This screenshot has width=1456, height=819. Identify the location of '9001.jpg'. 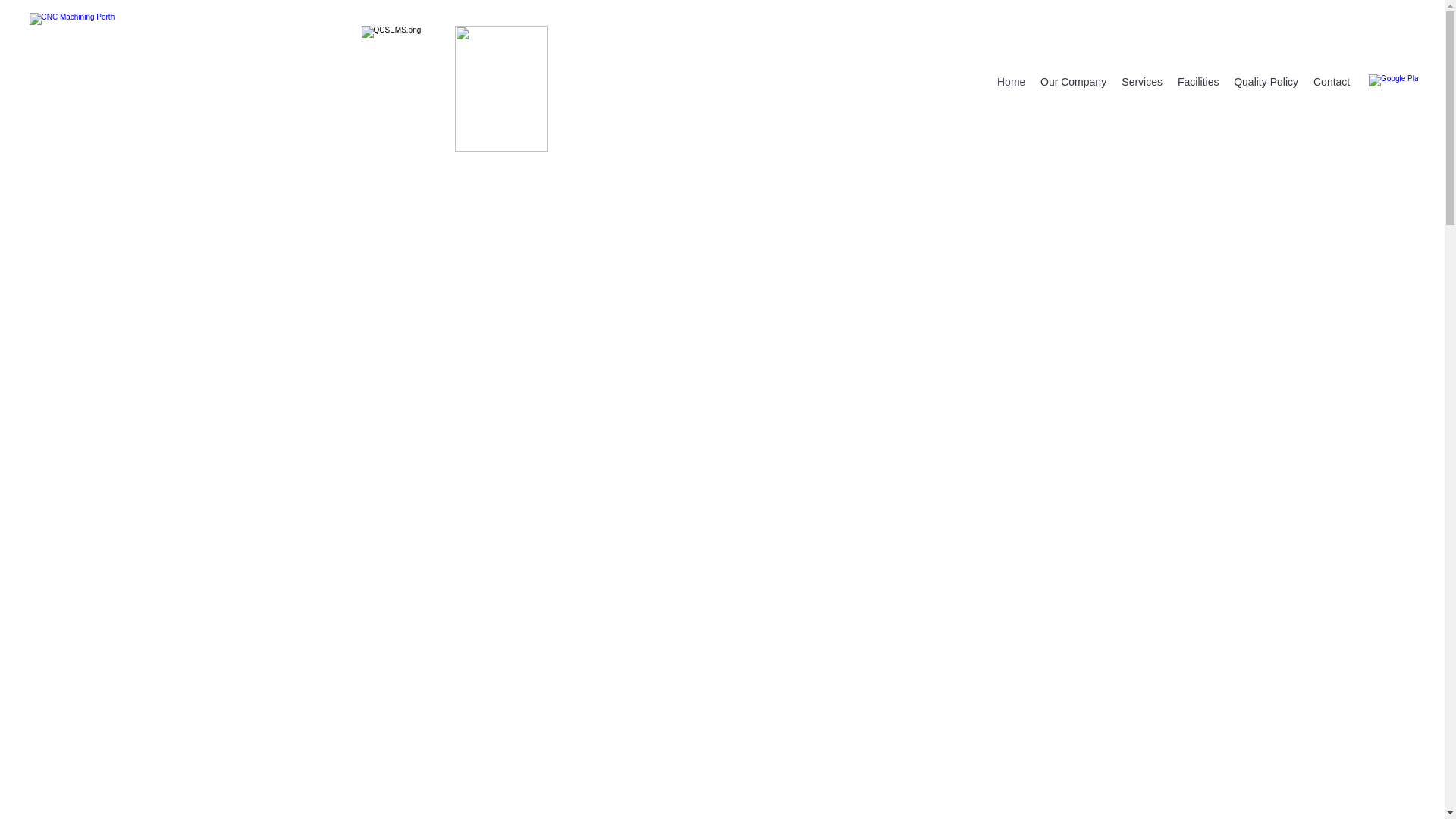
(501, 88).